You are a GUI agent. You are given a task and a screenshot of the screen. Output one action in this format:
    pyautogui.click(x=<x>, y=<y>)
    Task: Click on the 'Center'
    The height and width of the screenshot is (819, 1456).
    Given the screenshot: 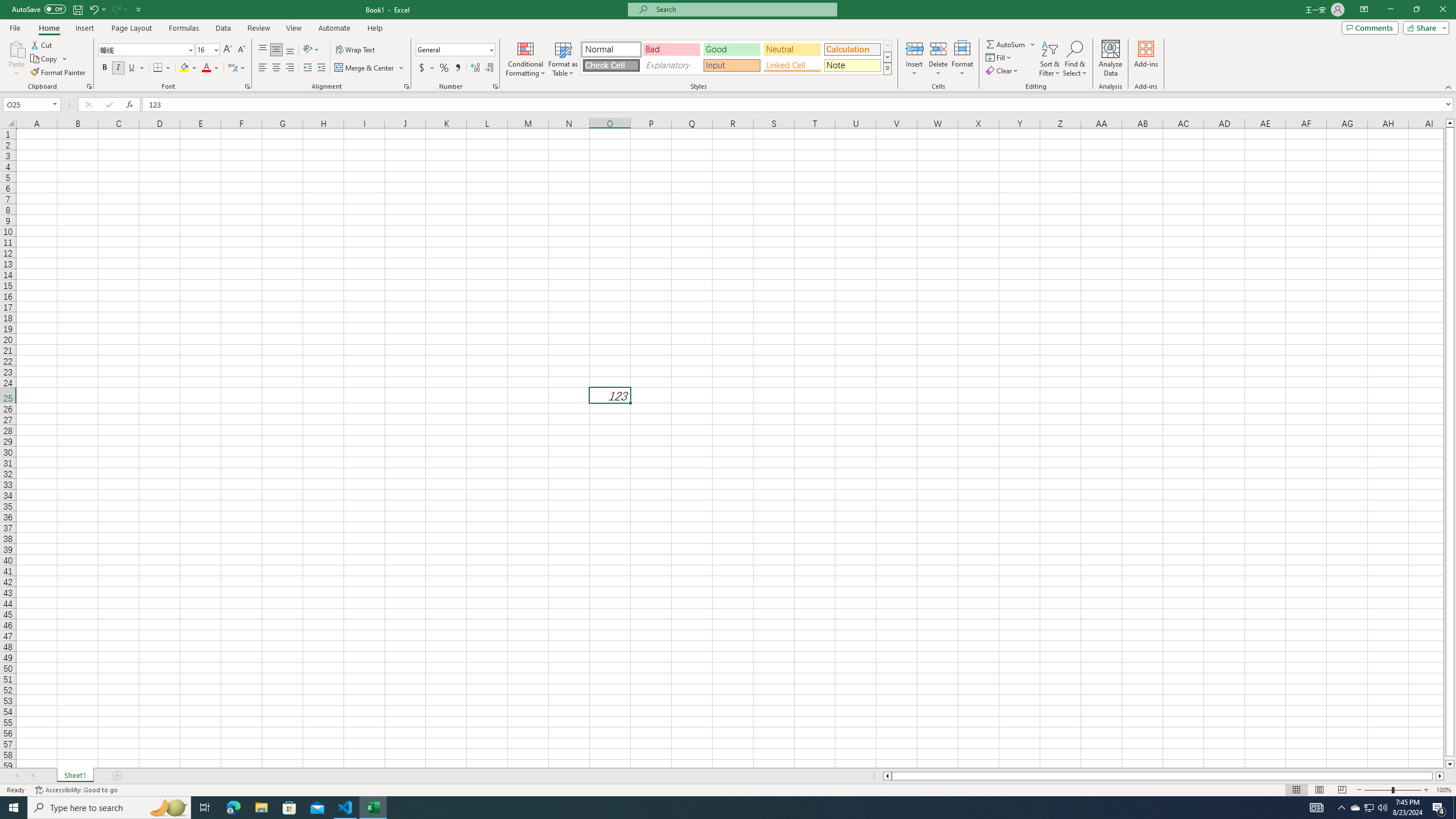 What is the action you would take?
    pyautogui.click(x=276, y=67)
    